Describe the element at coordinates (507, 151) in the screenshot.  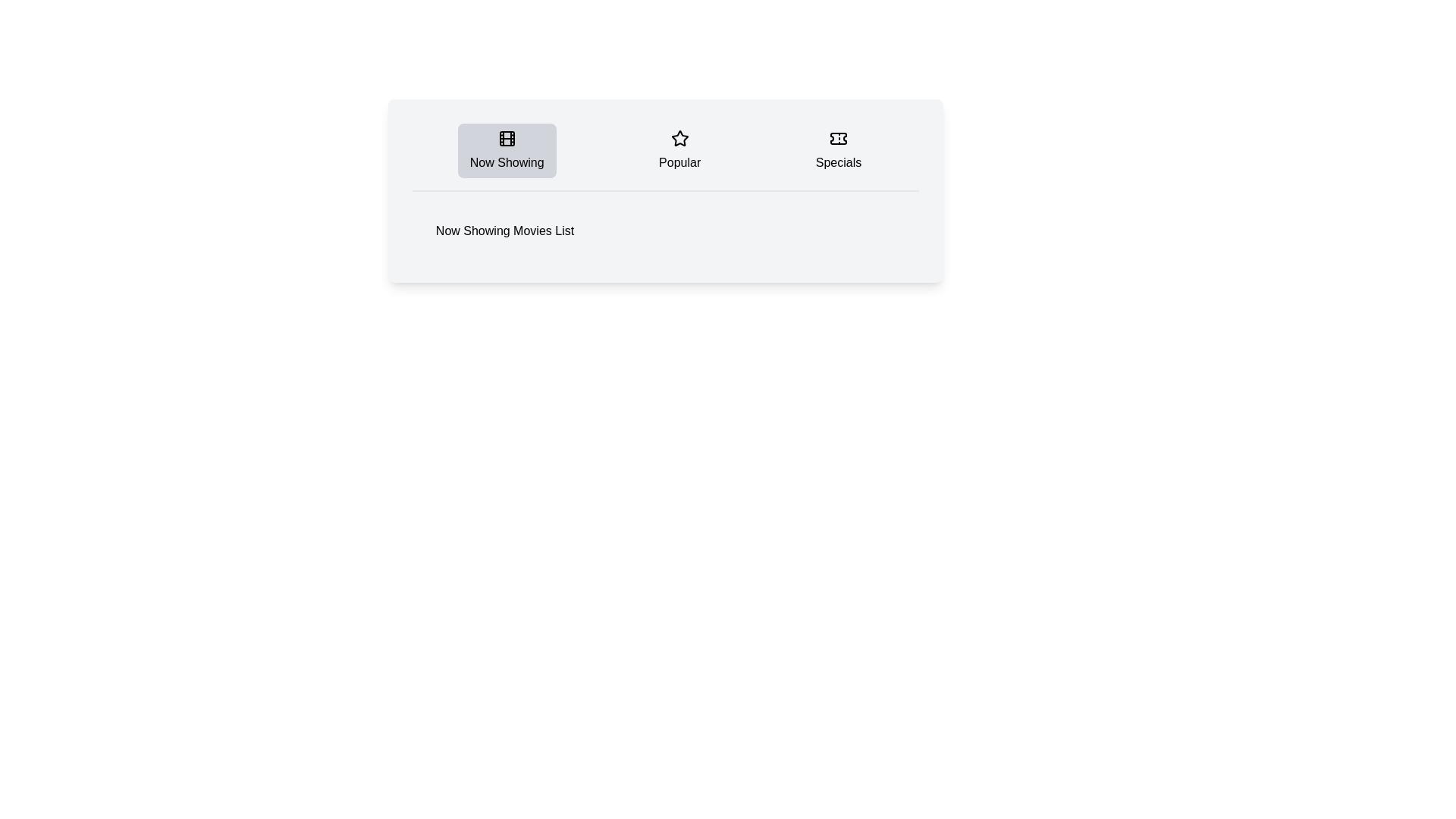
I see `the Now Showing tab by clicking on its button` at that location.